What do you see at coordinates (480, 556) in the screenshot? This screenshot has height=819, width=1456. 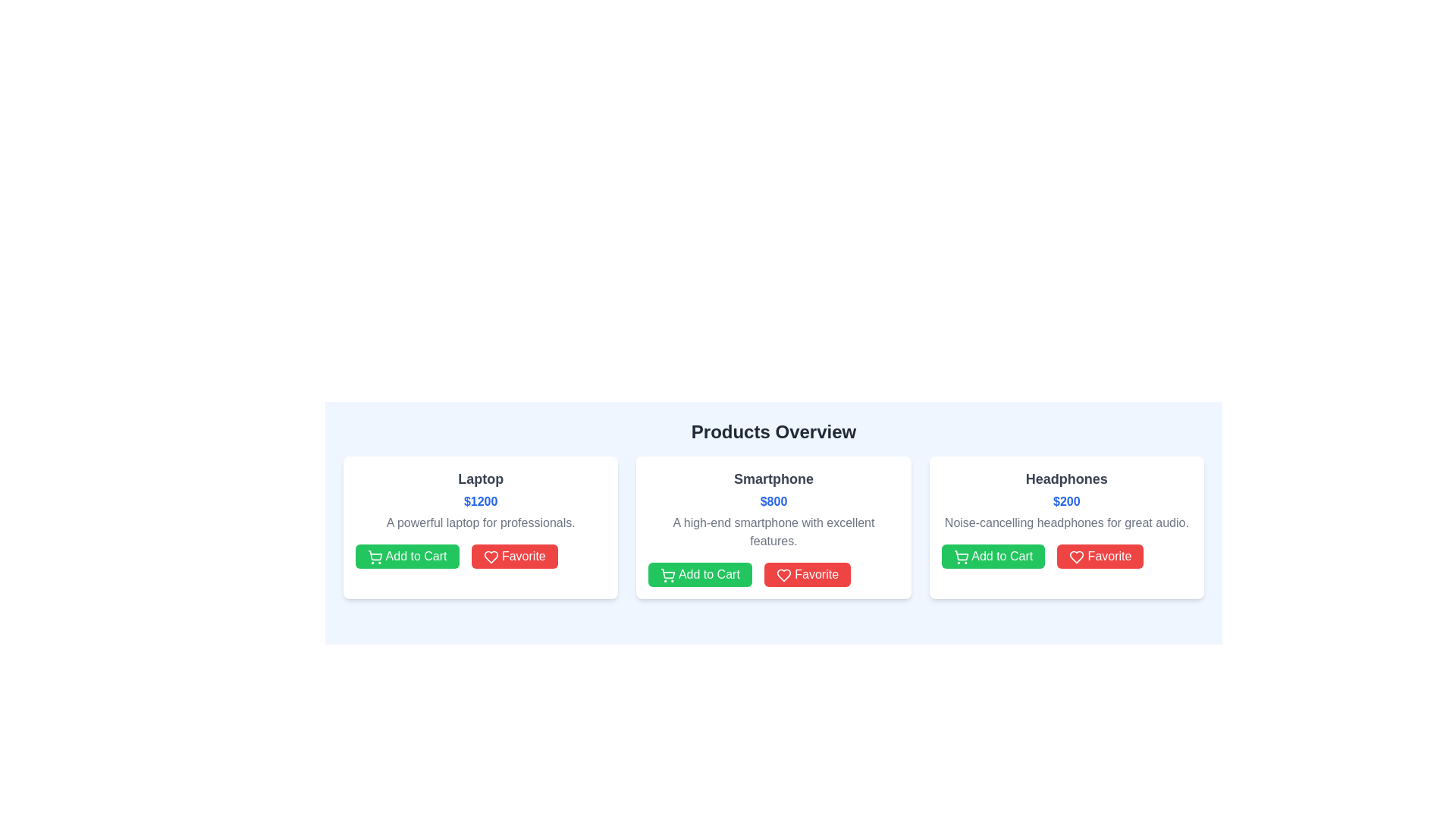 I see `the dual-button group at the bottom of the 'Laptop' product card in the 'Products Overview' section` at bounding box center [480, 556].